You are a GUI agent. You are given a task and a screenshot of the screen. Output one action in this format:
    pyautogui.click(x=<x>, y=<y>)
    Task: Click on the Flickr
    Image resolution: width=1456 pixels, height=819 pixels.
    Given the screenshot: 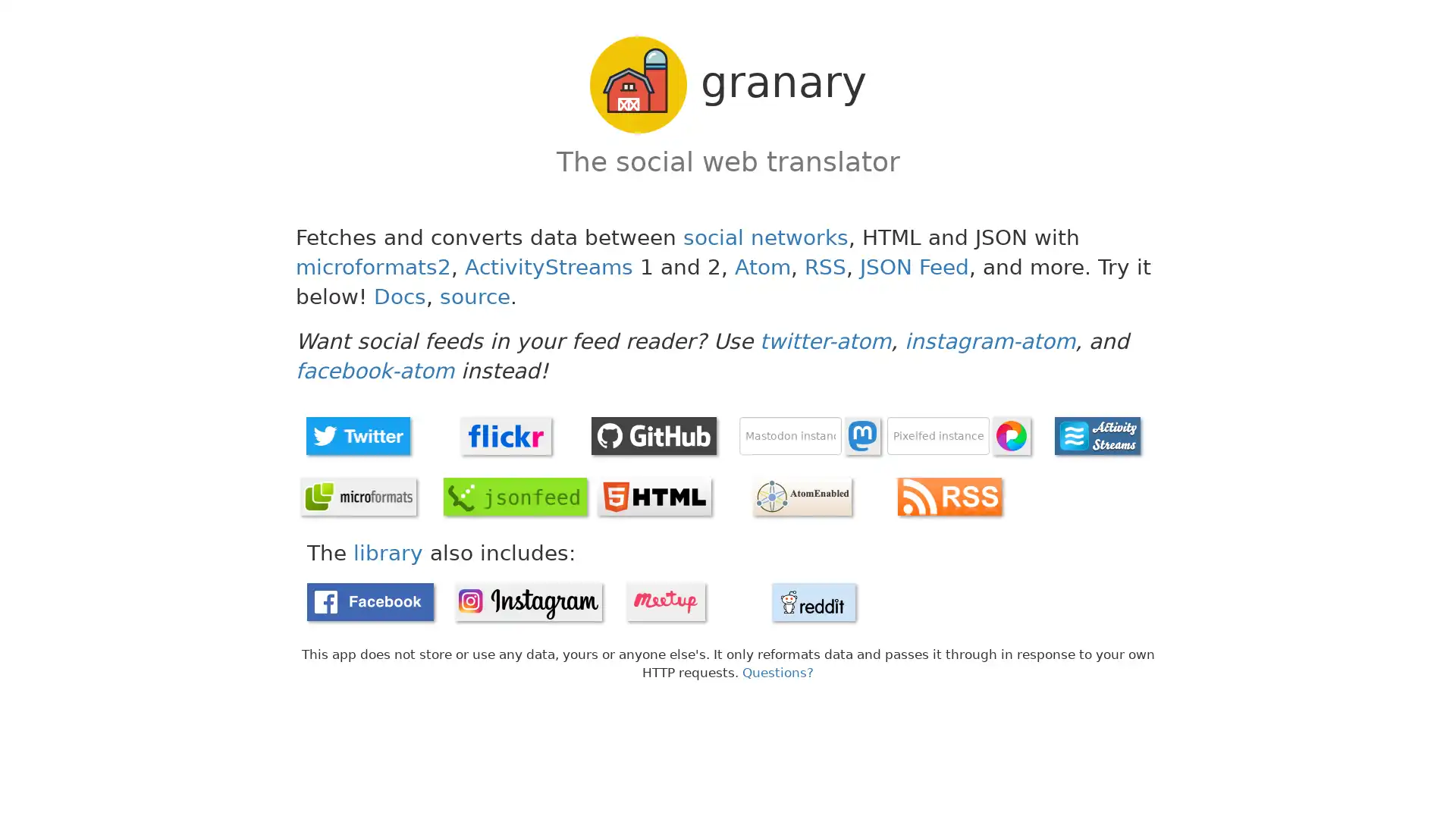 What is the action you would take?
    pyautogui.click(x=506, y=435)
    